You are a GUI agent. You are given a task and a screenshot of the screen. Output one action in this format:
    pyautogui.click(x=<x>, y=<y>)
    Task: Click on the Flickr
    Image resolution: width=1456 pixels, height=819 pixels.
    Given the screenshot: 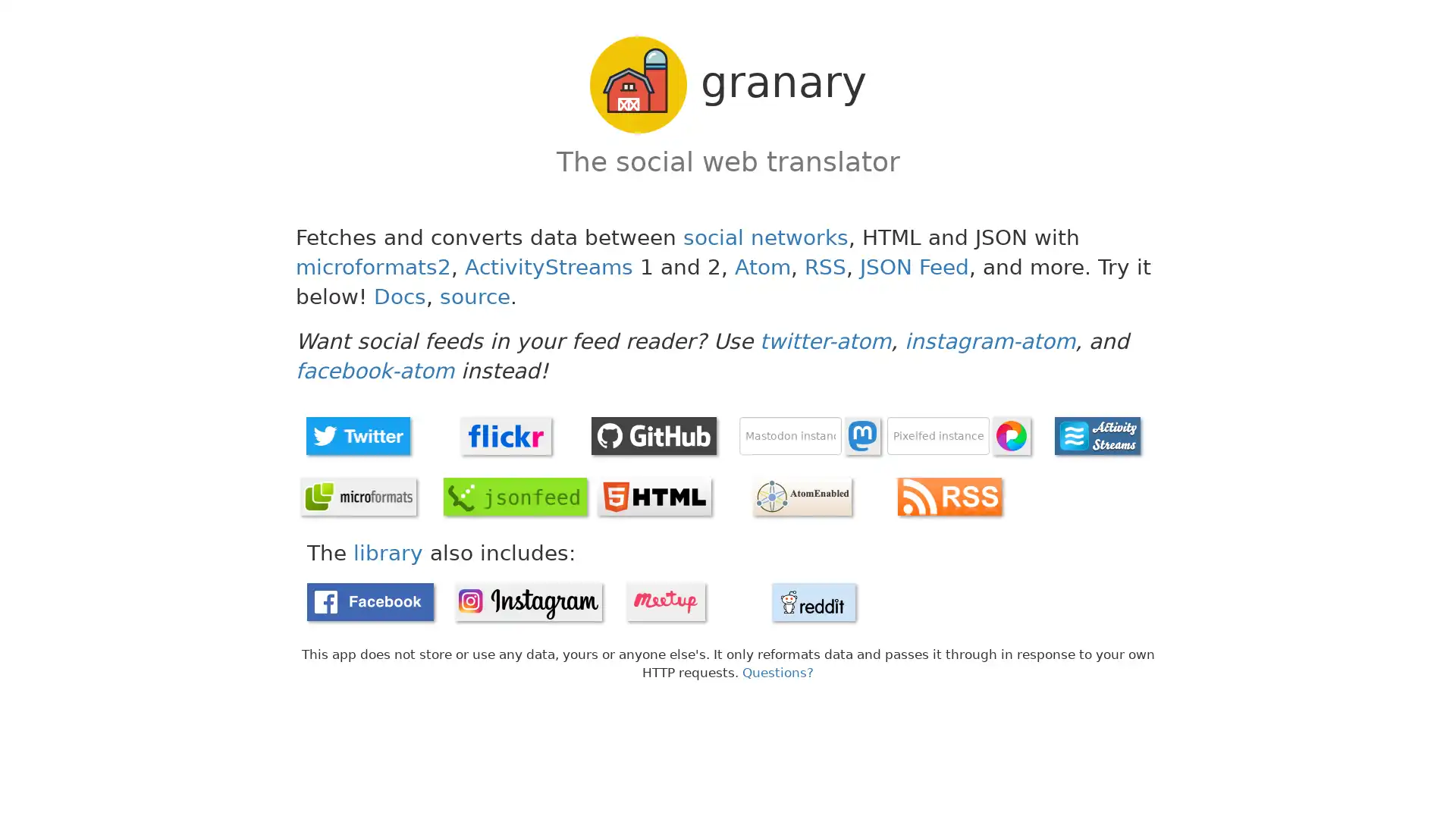 What is the action you would take?
    pyautogui.click(x=506, y=435)
    